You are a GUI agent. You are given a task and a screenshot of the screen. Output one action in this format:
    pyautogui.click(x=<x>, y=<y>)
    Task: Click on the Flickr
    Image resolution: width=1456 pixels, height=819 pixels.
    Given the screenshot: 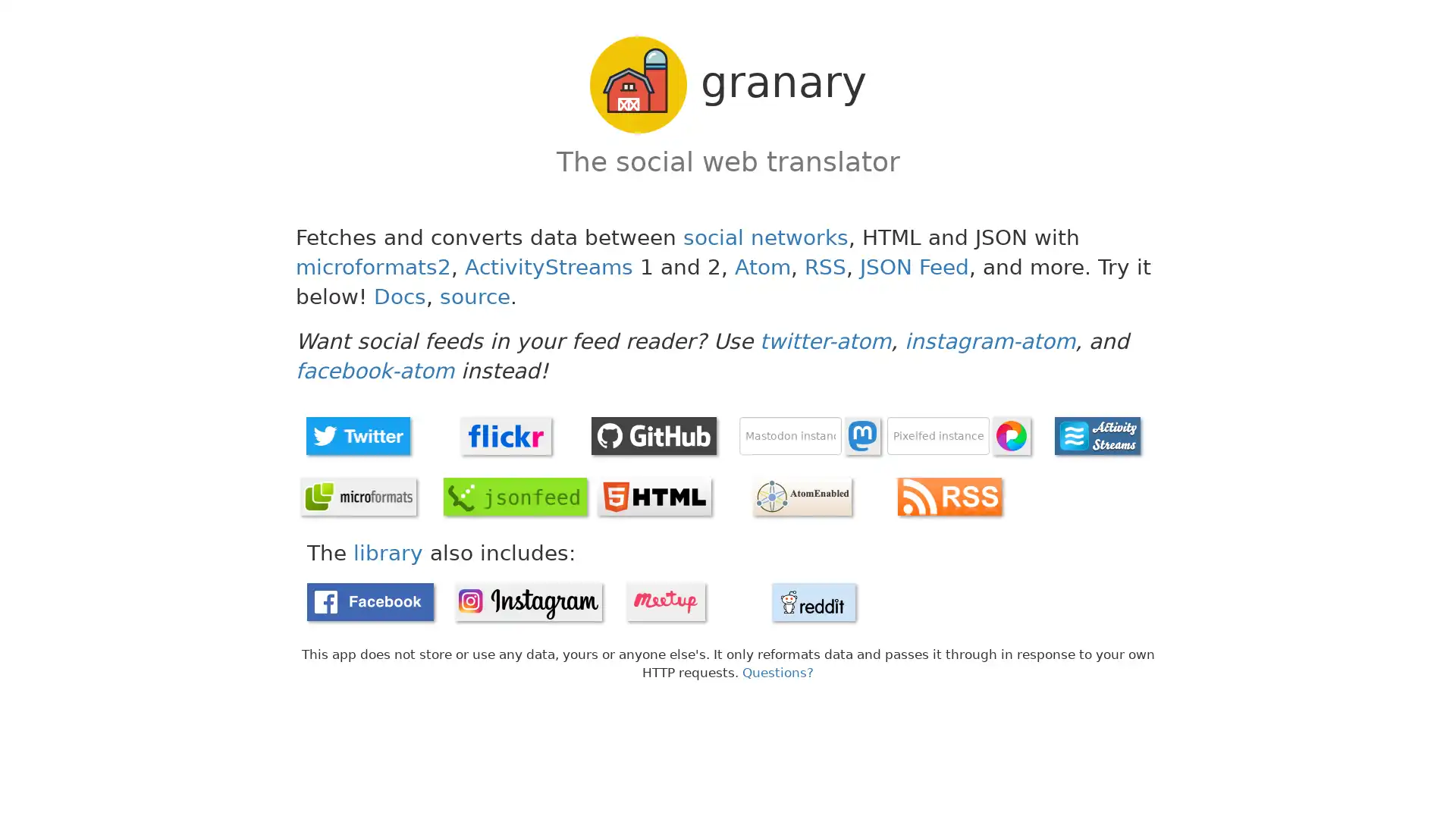 What is the action you would take?
    pyautogui.click(x=506, y=435)
    